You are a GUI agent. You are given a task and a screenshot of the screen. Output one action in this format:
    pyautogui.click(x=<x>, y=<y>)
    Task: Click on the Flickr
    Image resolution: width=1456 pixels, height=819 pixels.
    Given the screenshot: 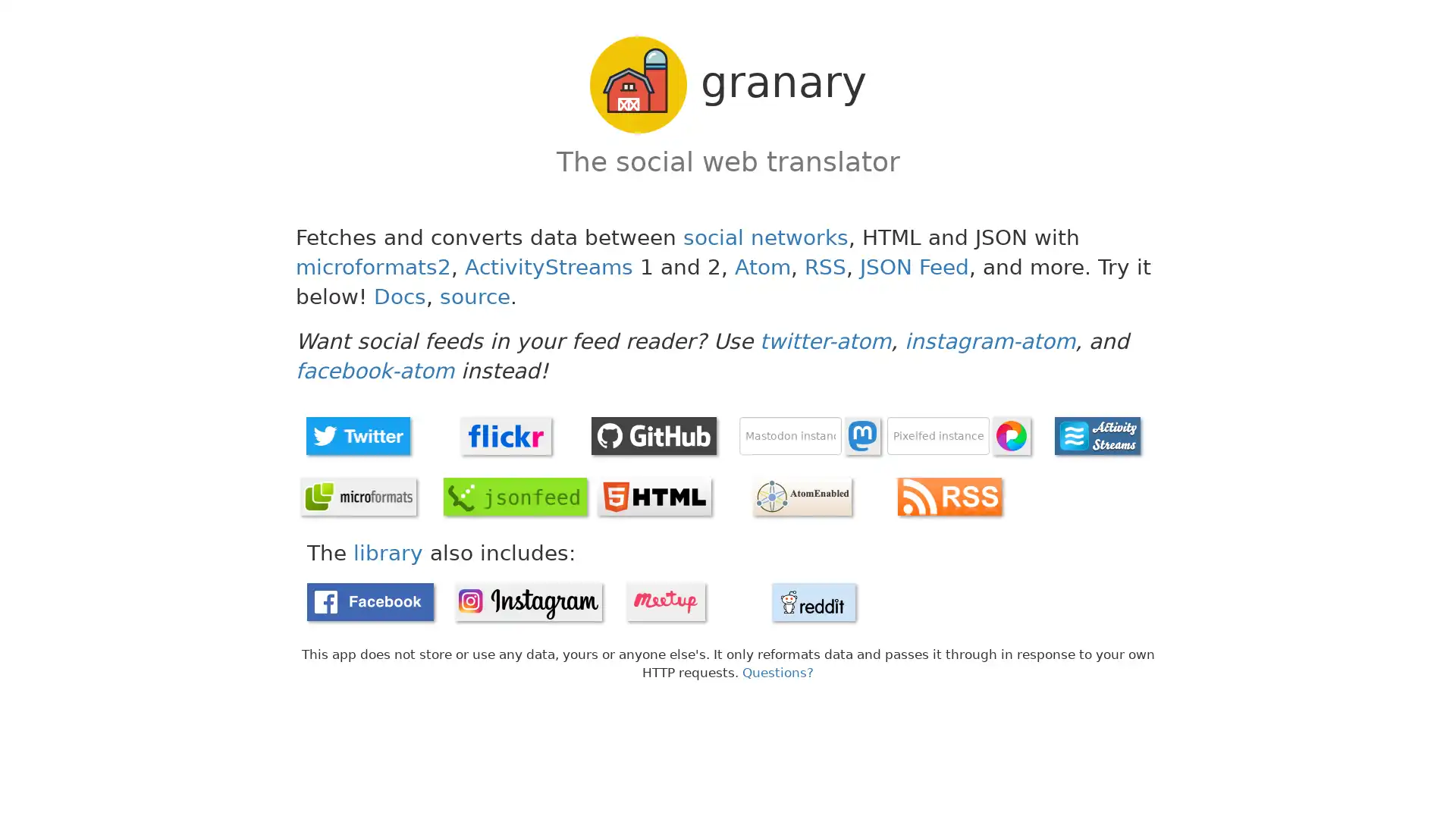 What is the action you would take?
    pyautogui.click(x=506, y=435)
    